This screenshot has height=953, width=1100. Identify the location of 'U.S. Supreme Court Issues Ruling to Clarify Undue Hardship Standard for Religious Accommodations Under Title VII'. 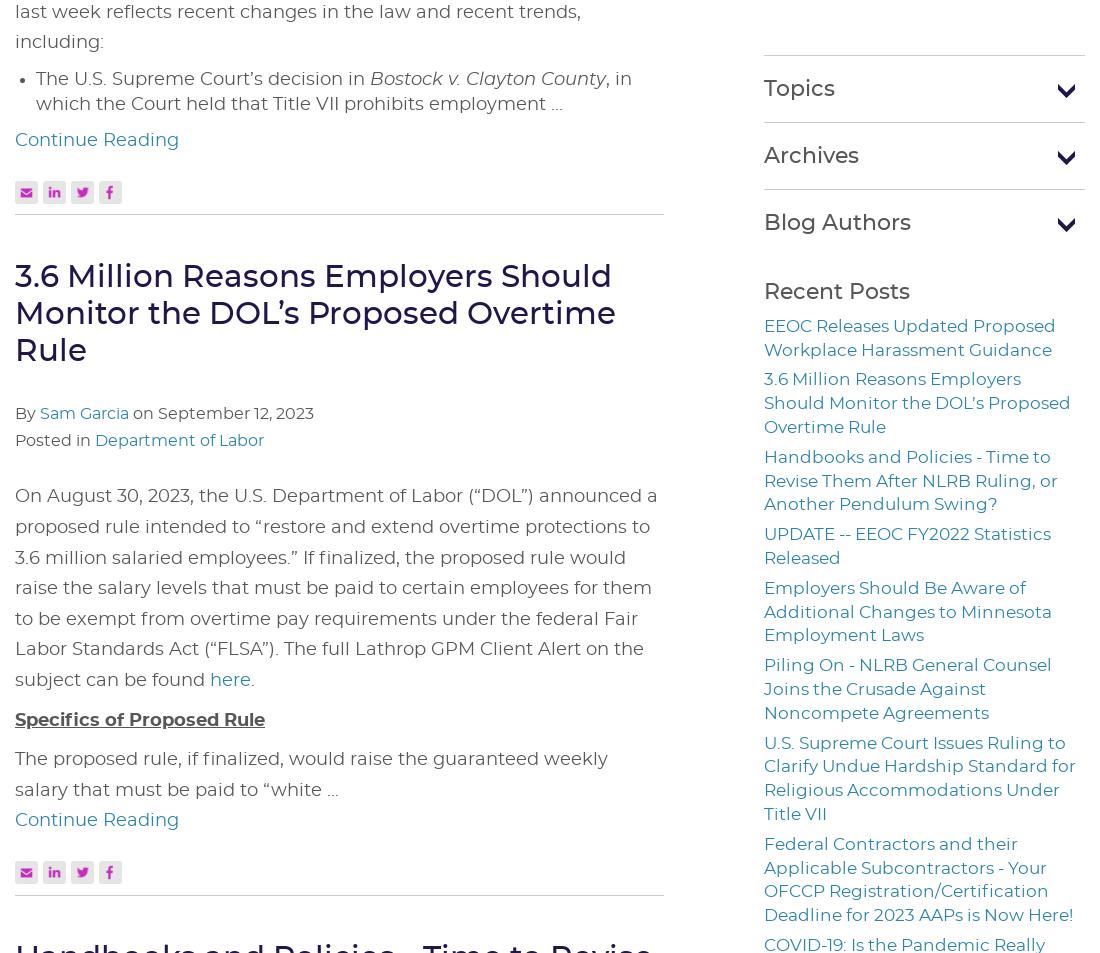
(920, 778).